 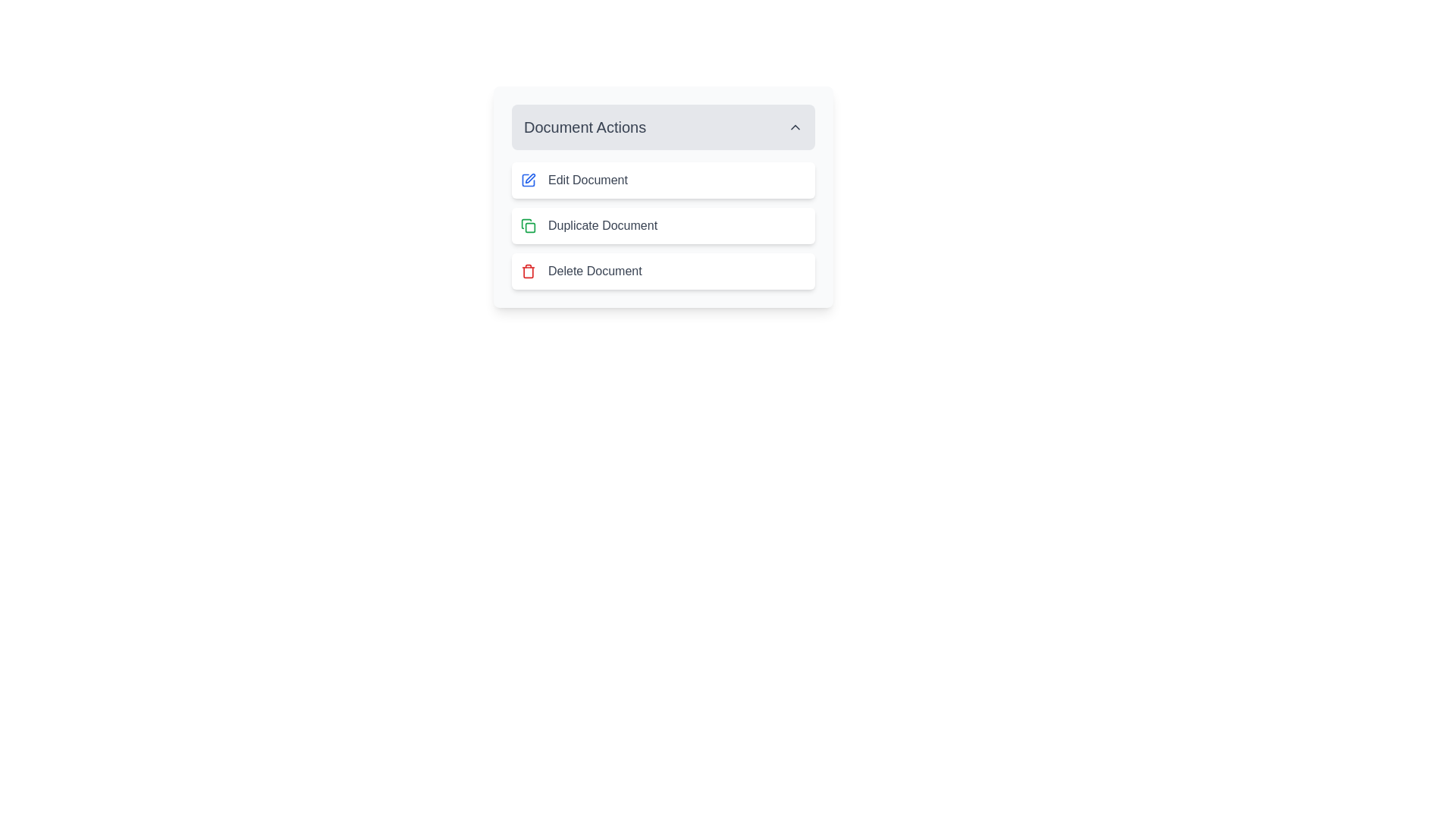 I want to click on the delete icon located at the bottom of the 'Document Actions' dropdown, so click(x=528, y=271).